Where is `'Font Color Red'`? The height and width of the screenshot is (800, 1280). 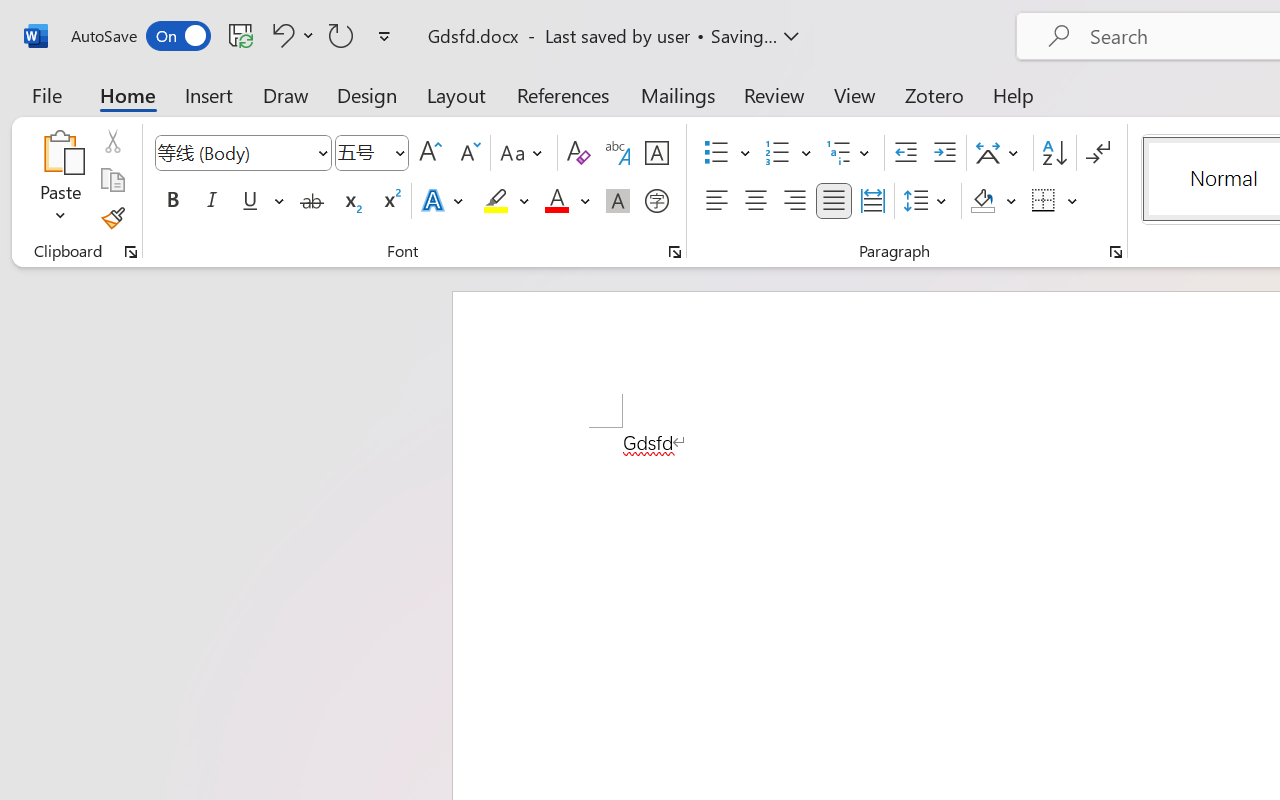
'Font Color Red' is located at coordinates (556, 201).